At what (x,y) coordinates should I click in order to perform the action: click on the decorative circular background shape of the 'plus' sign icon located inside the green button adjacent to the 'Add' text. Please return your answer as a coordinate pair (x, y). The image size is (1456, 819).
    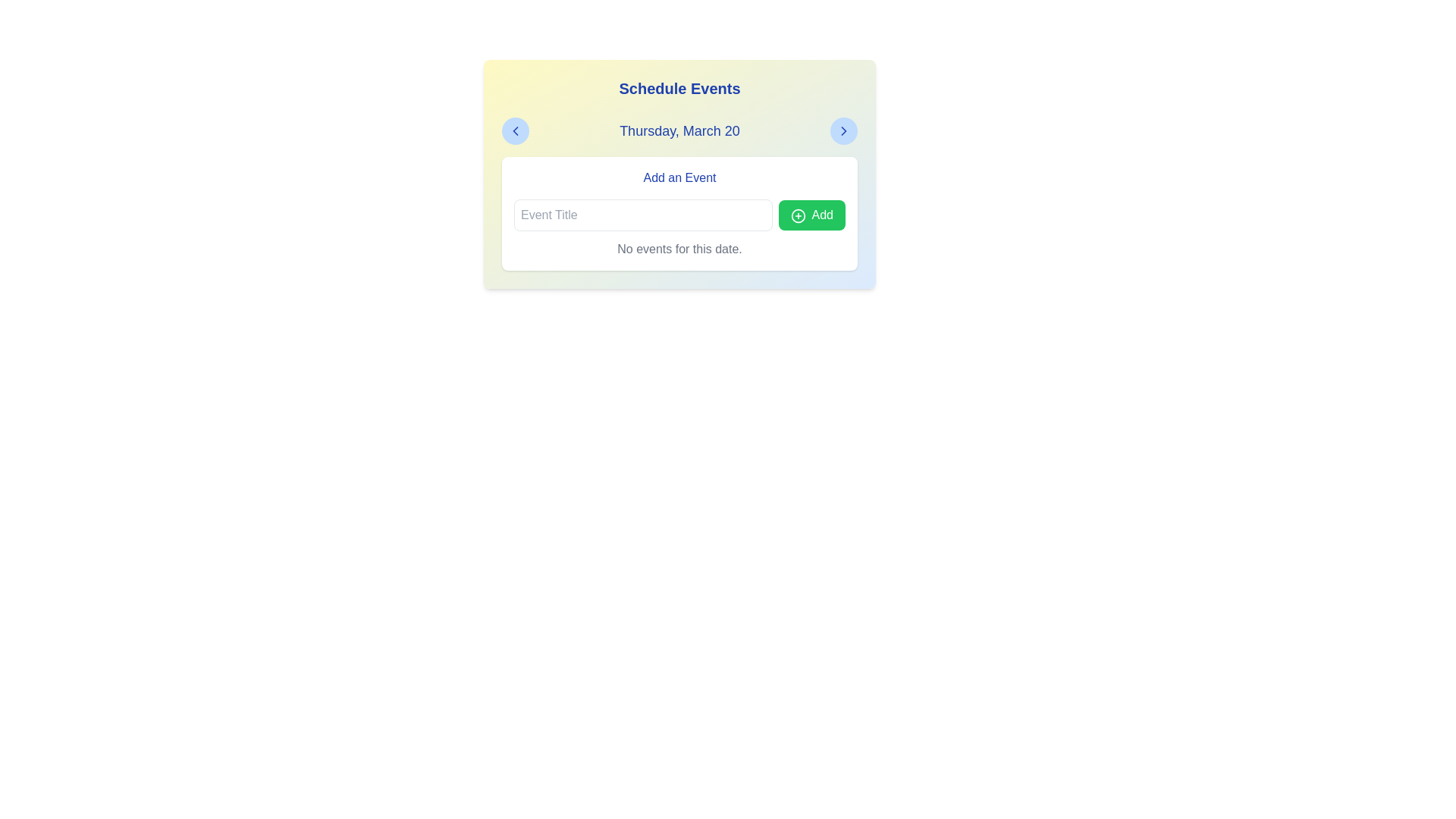
    Looking at the image, I should click on (797, 215).